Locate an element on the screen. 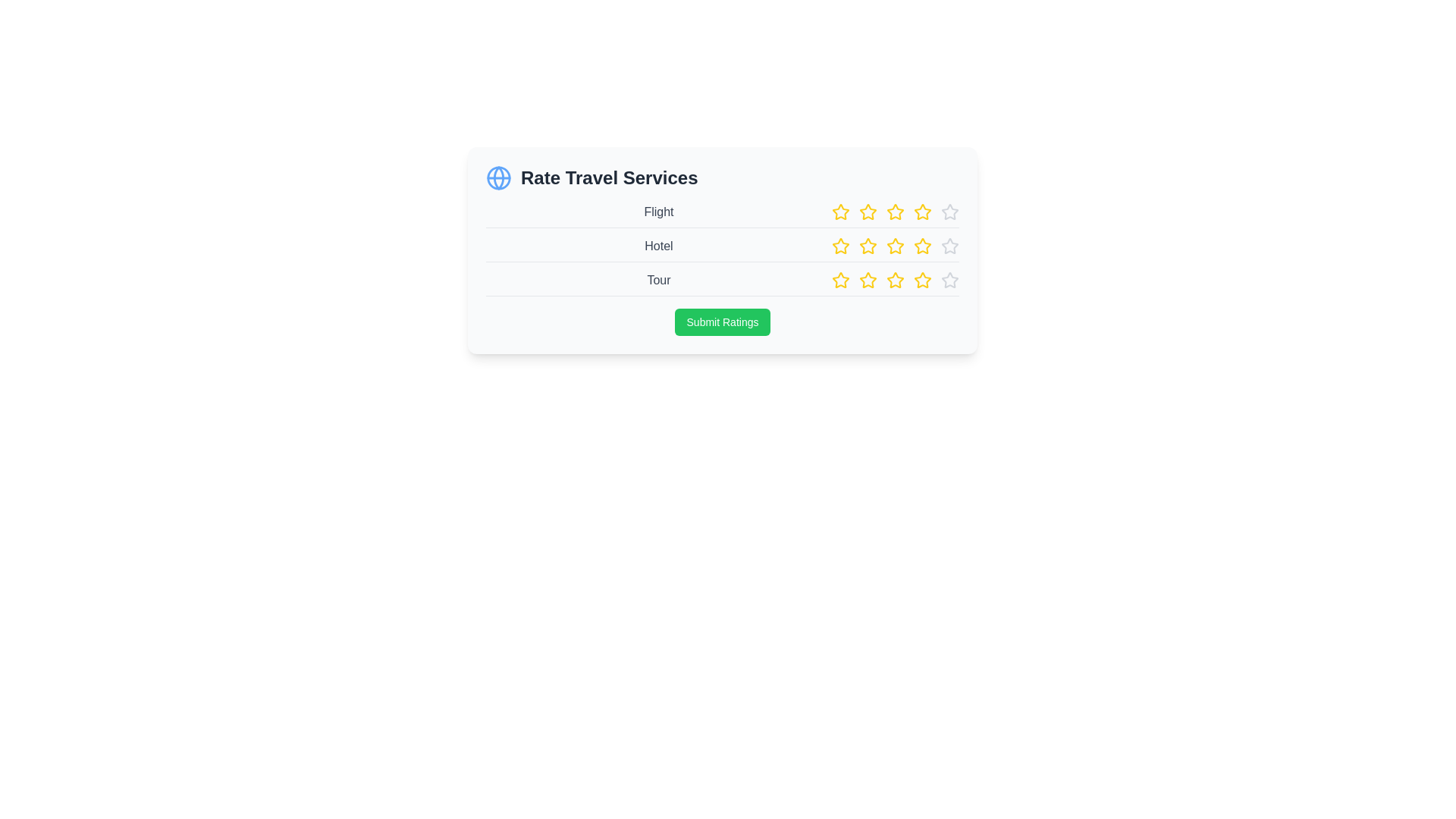 Image resolution: width=1456 pixels, height=819 pixels. the button used is located at coordinates (722, 321).